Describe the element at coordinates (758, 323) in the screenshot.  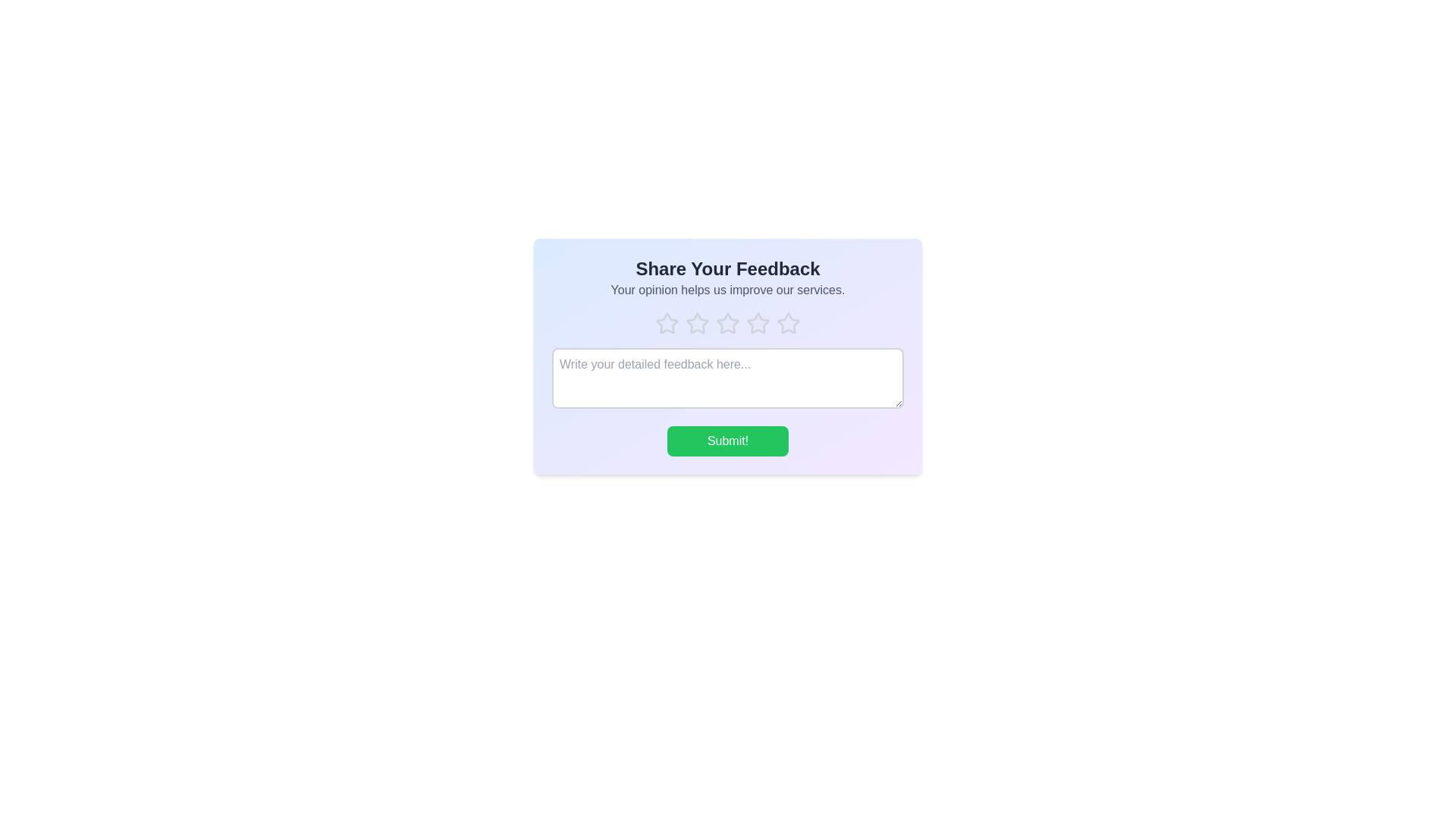
I see `the rating to 4 by clicking on the corresponding star` at that location.